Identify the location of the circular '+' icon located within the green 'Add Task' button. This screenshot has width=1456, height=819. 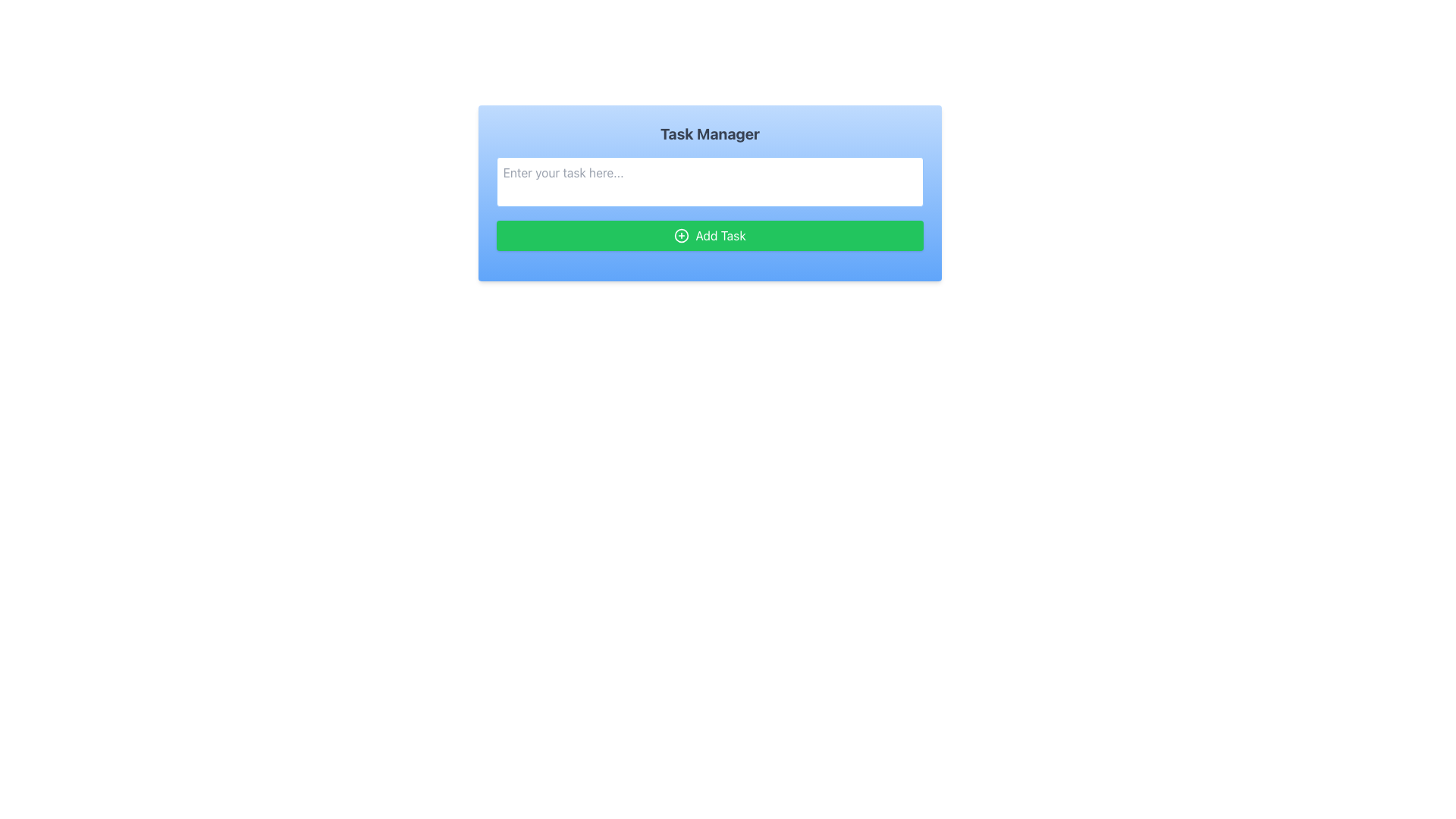
(681, 236).